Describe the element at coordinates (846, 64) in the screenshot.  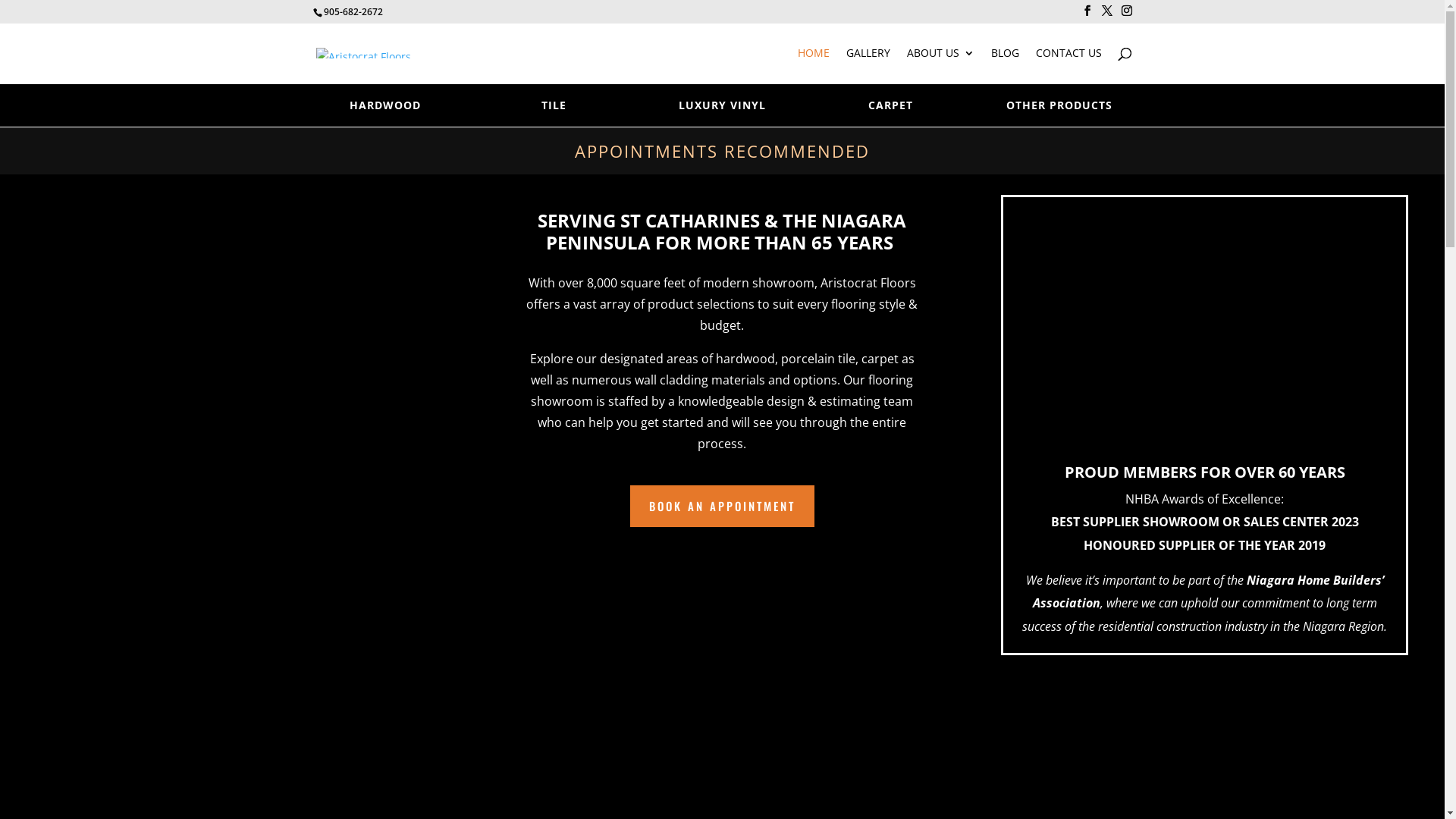
I see `'GALLERY'` at that location.